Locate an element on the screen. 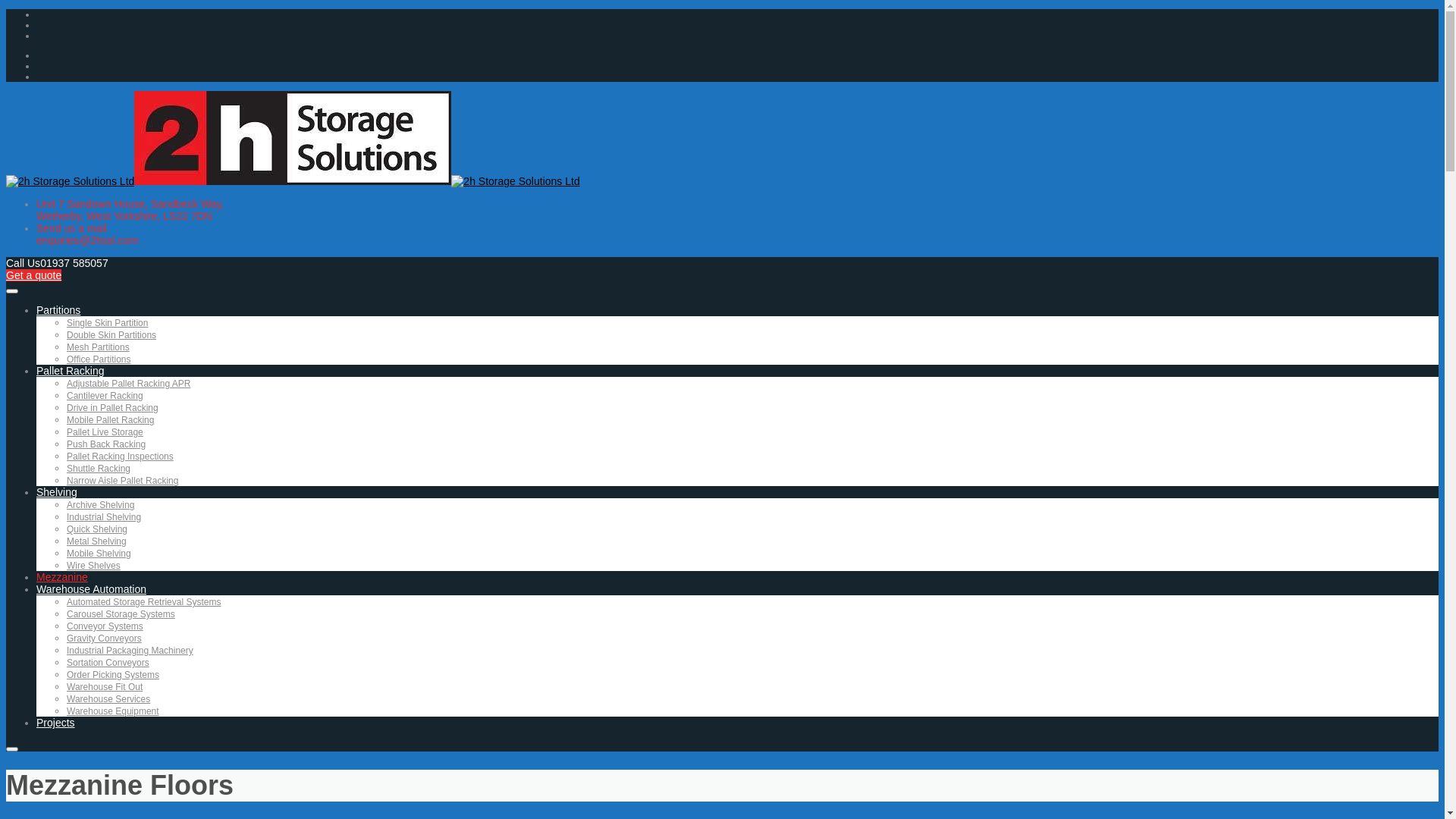 The image size is (1456, 819). 'Quick Shelving' is located at coordinates (65, 529).